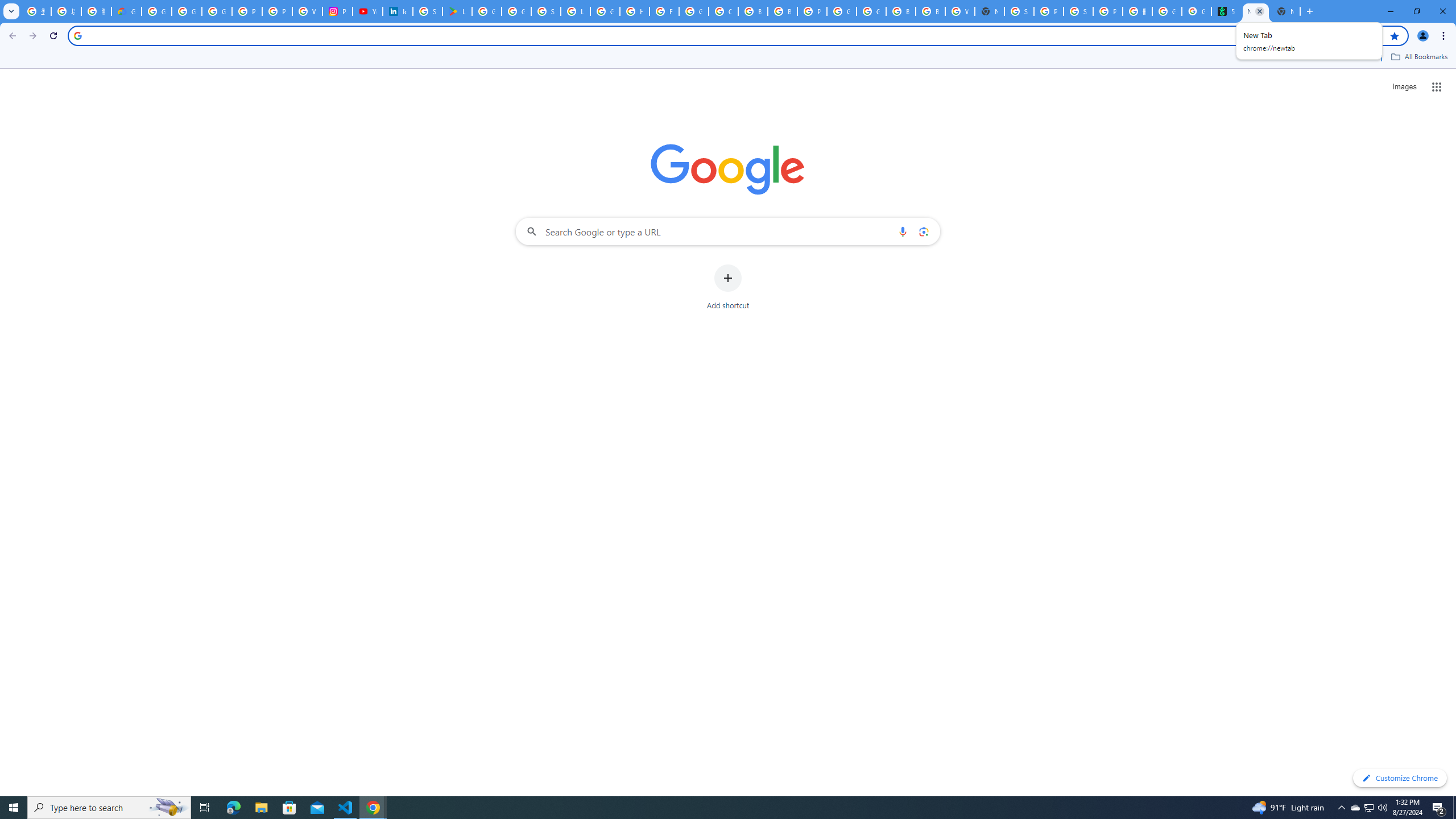 This screenshot has height=819, width=1456. I want to click on 'Google Workspace - Specific Terms', so click(515, 11).